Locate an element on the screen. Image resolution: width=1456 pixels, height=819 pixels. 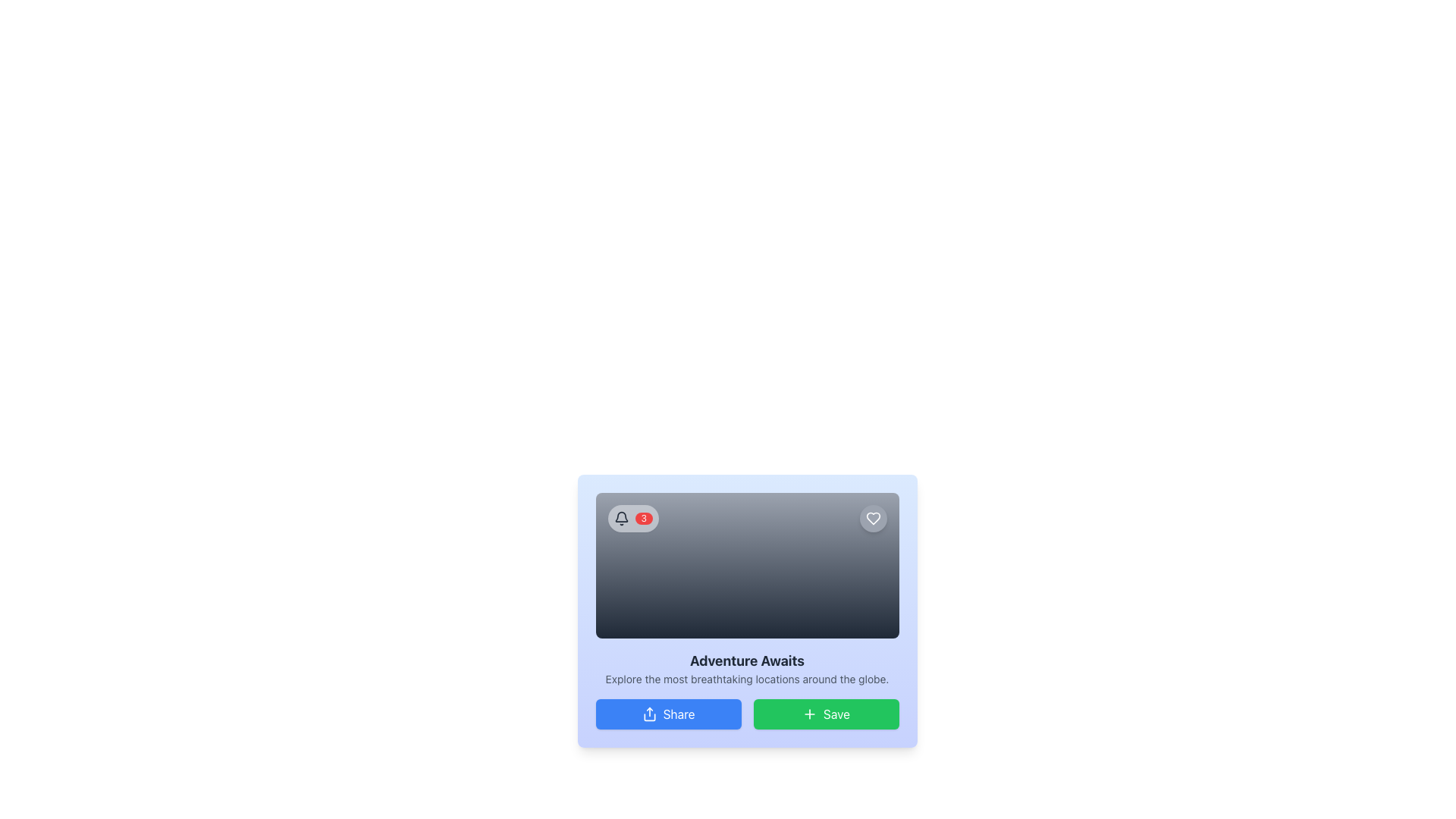
the heart-shaped icon located within the circular button in the top-right corner of the card UI is located at coordinates (873, 517).